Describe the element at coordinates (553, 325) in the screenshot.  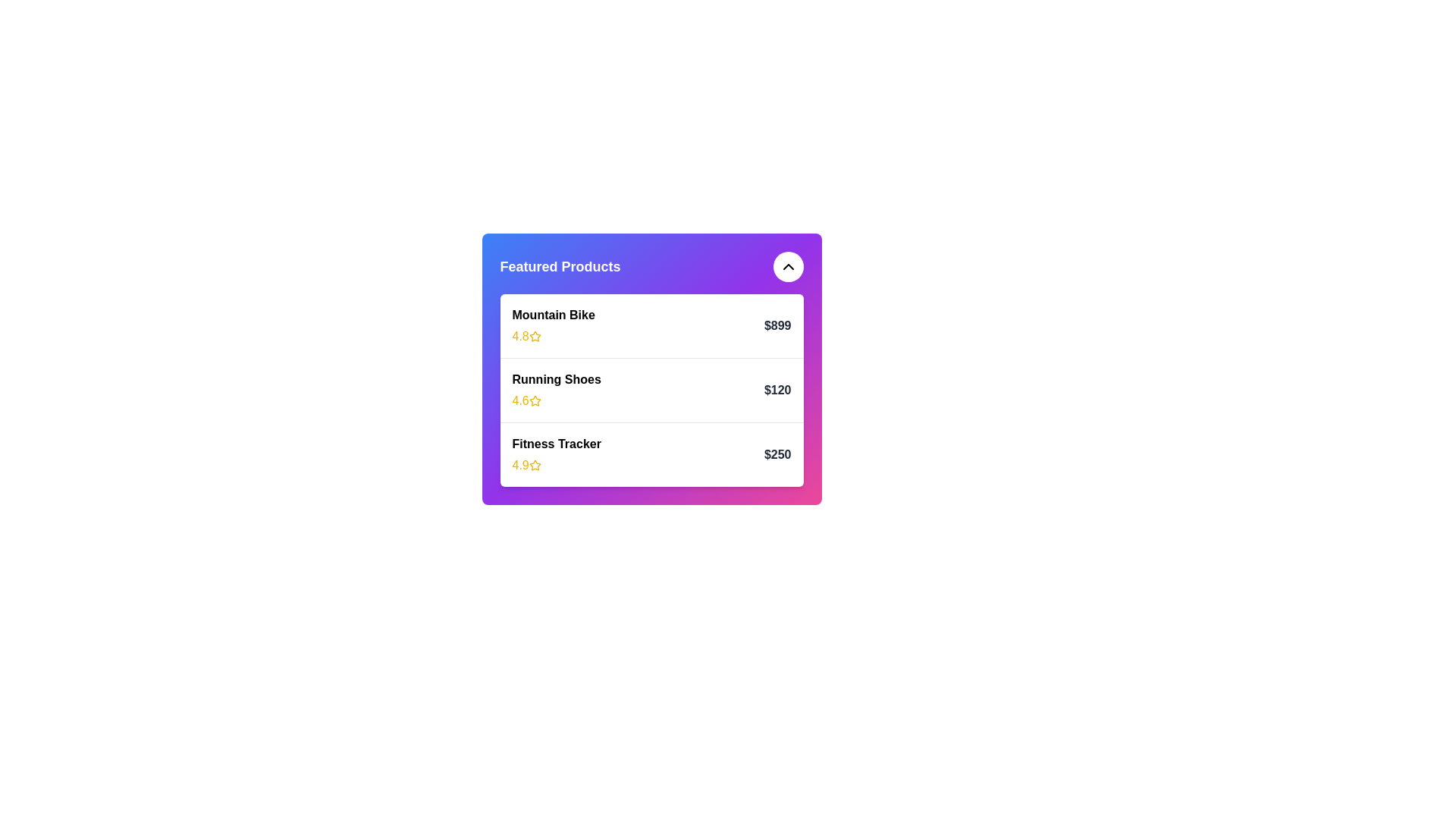
I see `'Mountain Bike' text element with a star rating of '4.8' located in the 'Featured Products' section` at that location.